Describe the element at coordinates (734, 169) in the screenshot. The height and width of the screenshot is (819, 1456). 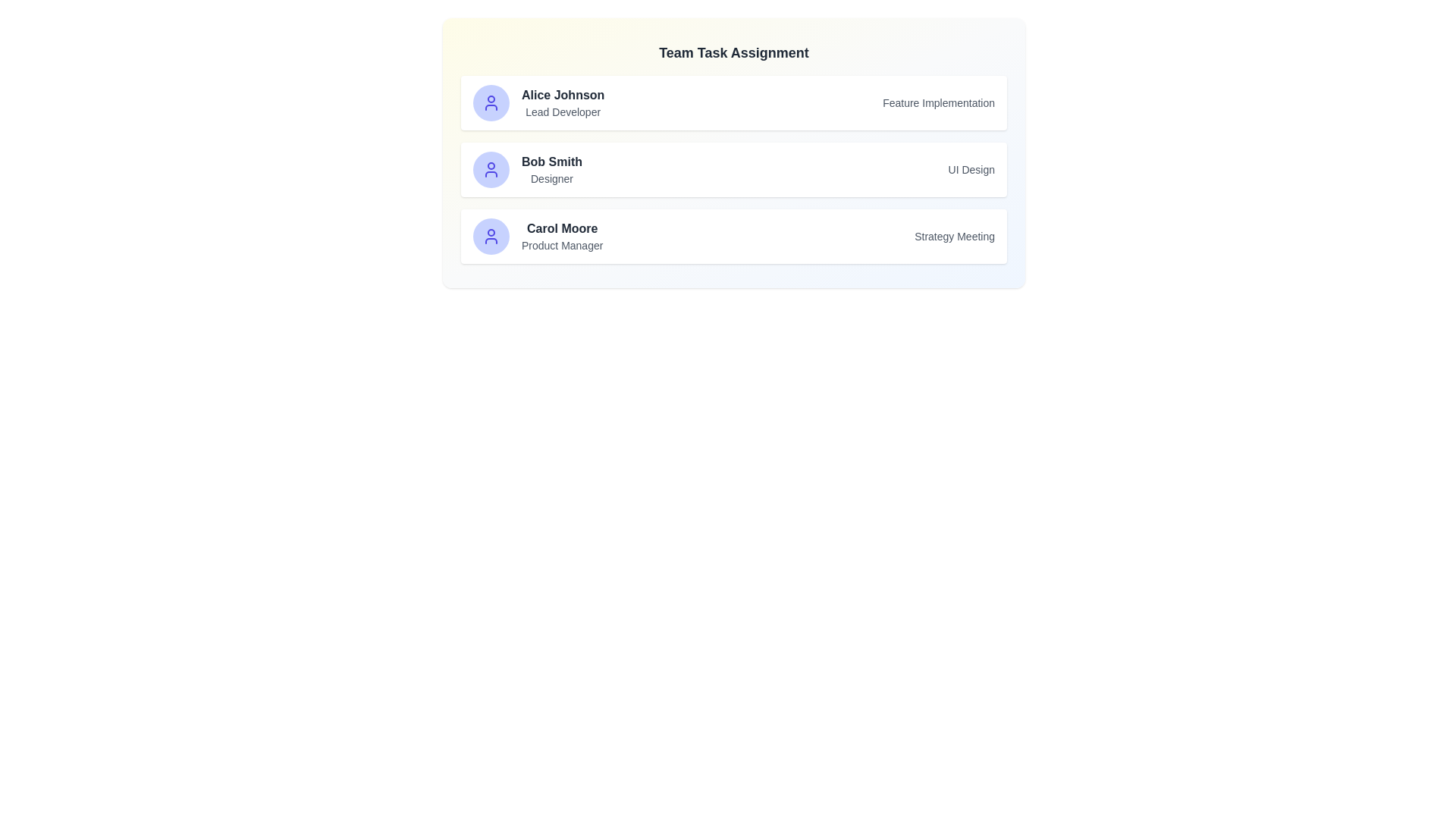
I see `the Content card displaying 'Bob Smith', which is the second entry in a vertically stacked list, positioned centrally below the 'Alice Johnson' card and above the 'Carol Moore' card` at that location.